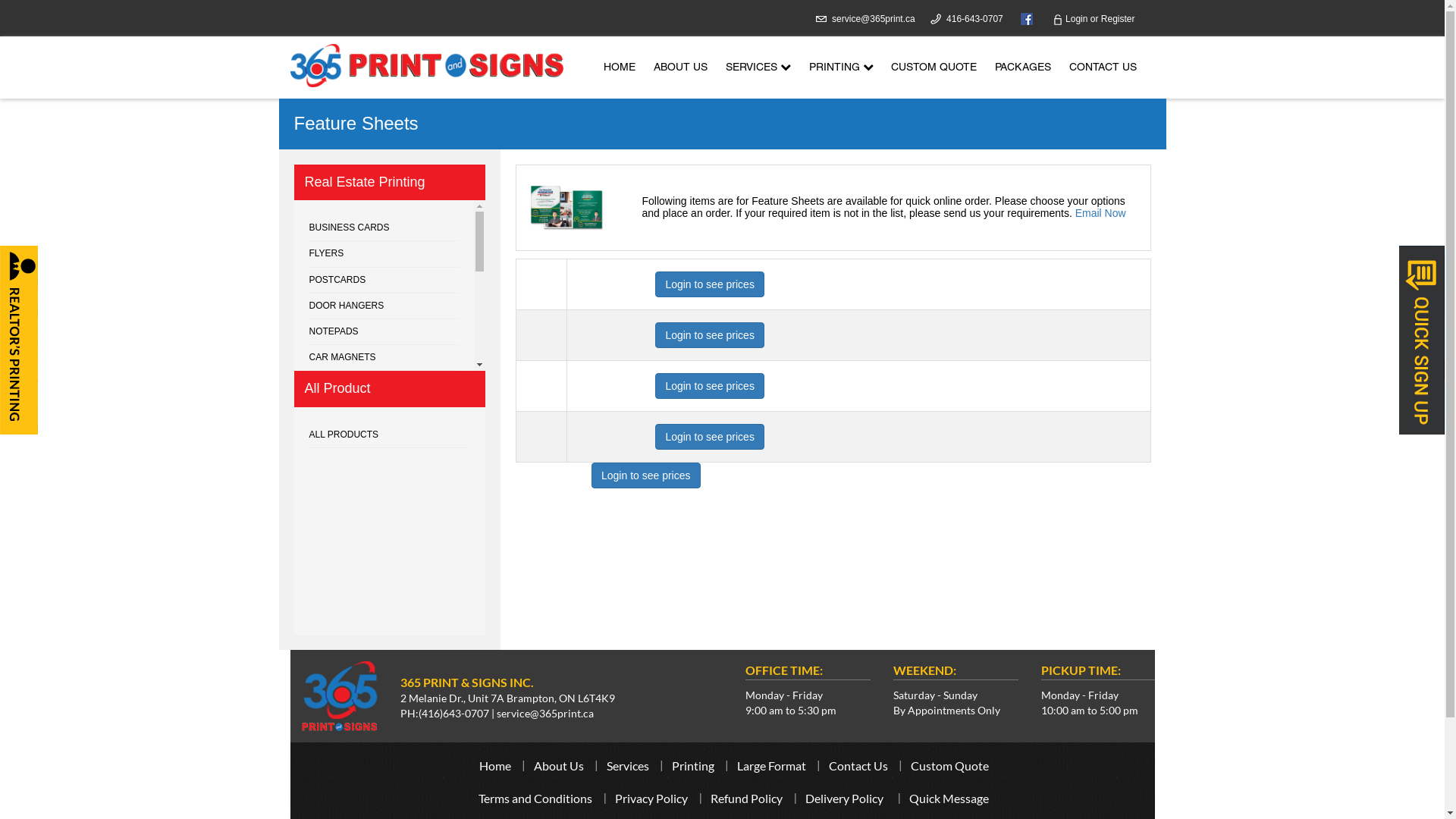 This screenshot has width=1456, height=819. I want to click on 'CUSTOM QUOTE', so click(933, 67).